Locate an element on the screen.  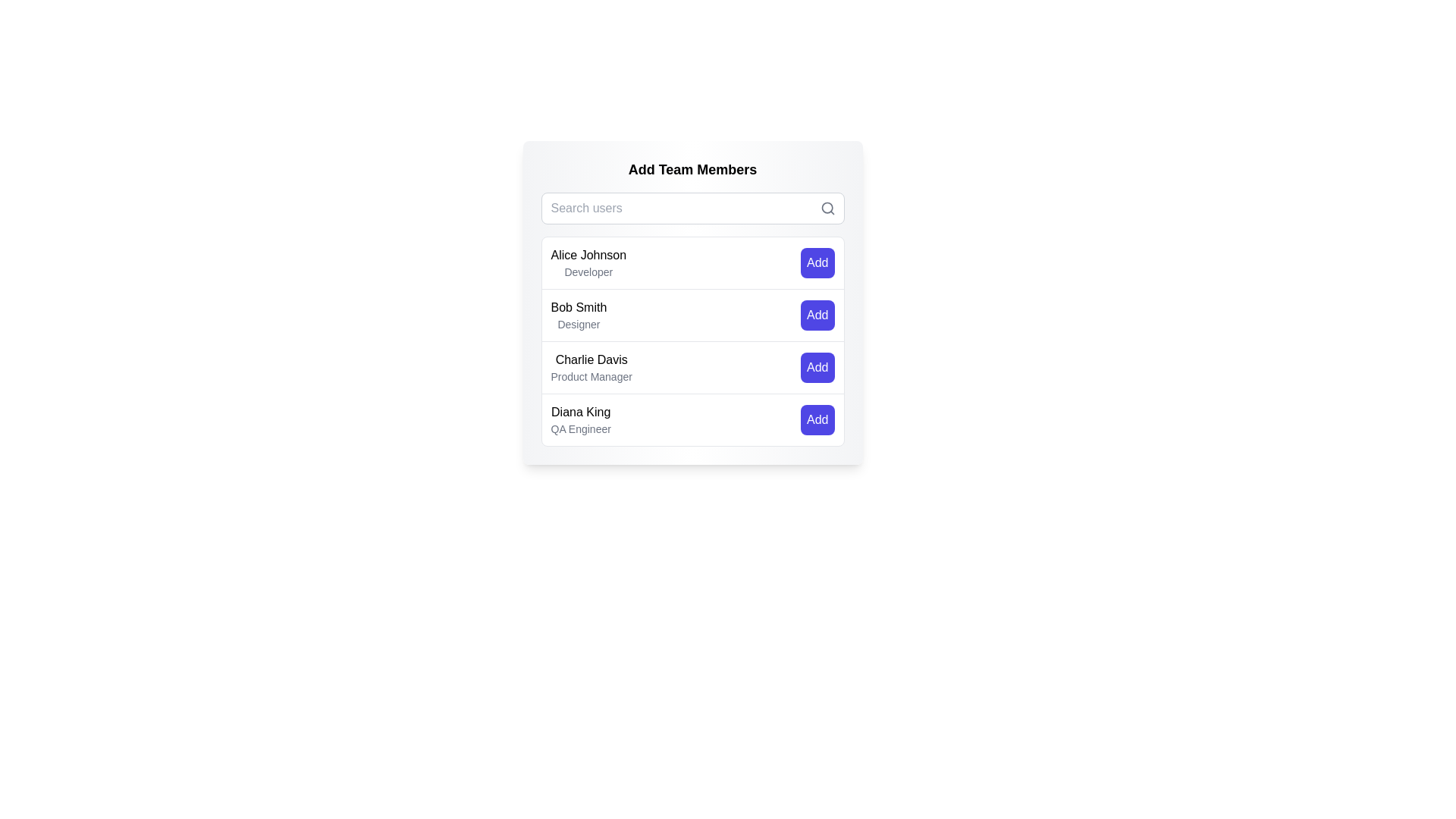
the text label displaying 'Developer' which is located below the name 'Alice Johnson' in the first row of team members is located at coordinates (588, 271).